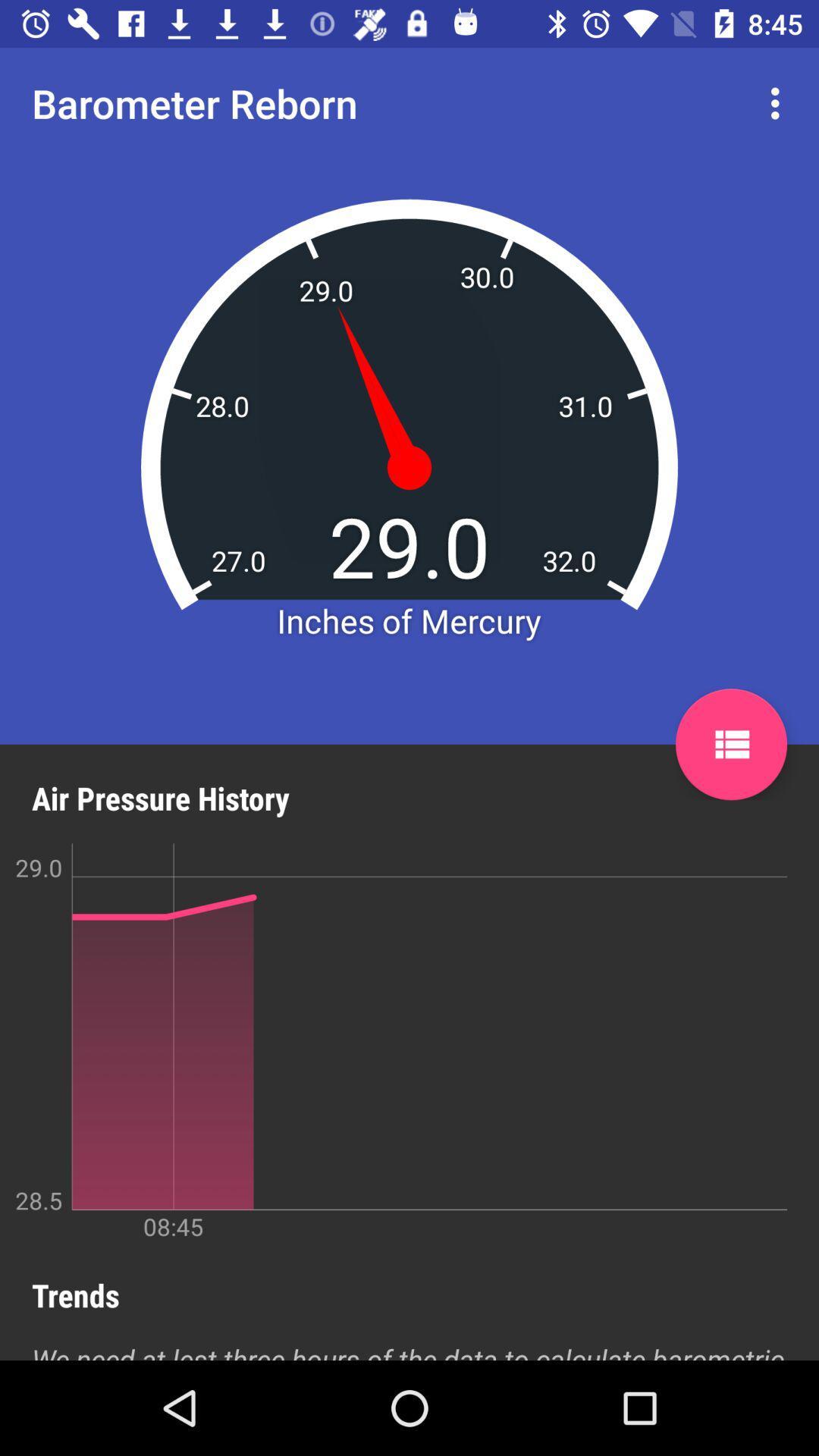  What do you see at coordinates (730, 744) in the screenshot?
I see `the list icon` at bounding box center [730, 744].